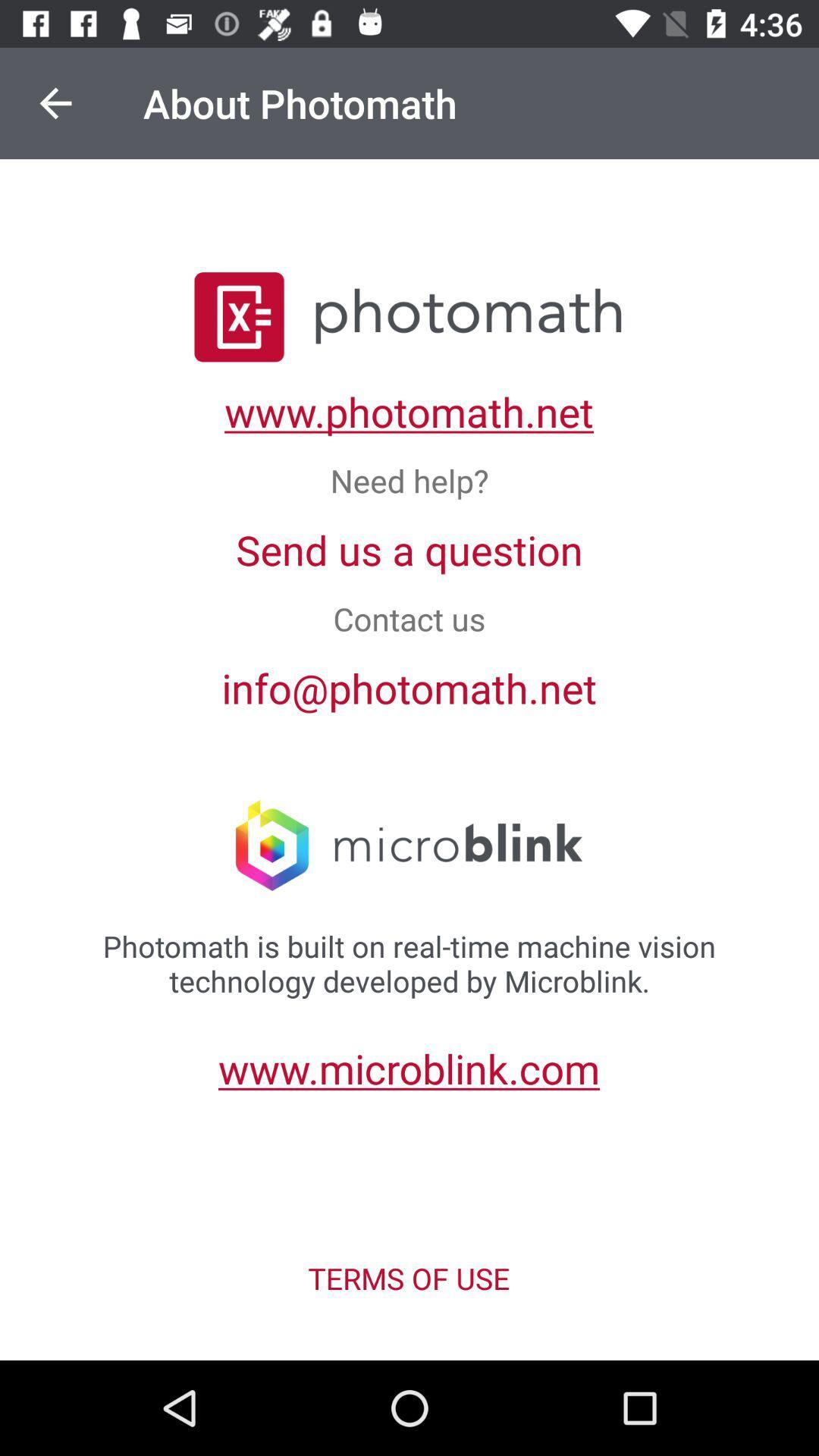 The height and width of the screenshot is (1456, 819). Describe the element at coordinates (55, 102) in the screenshot. I see `icon to the left of about photomath item` at that location.